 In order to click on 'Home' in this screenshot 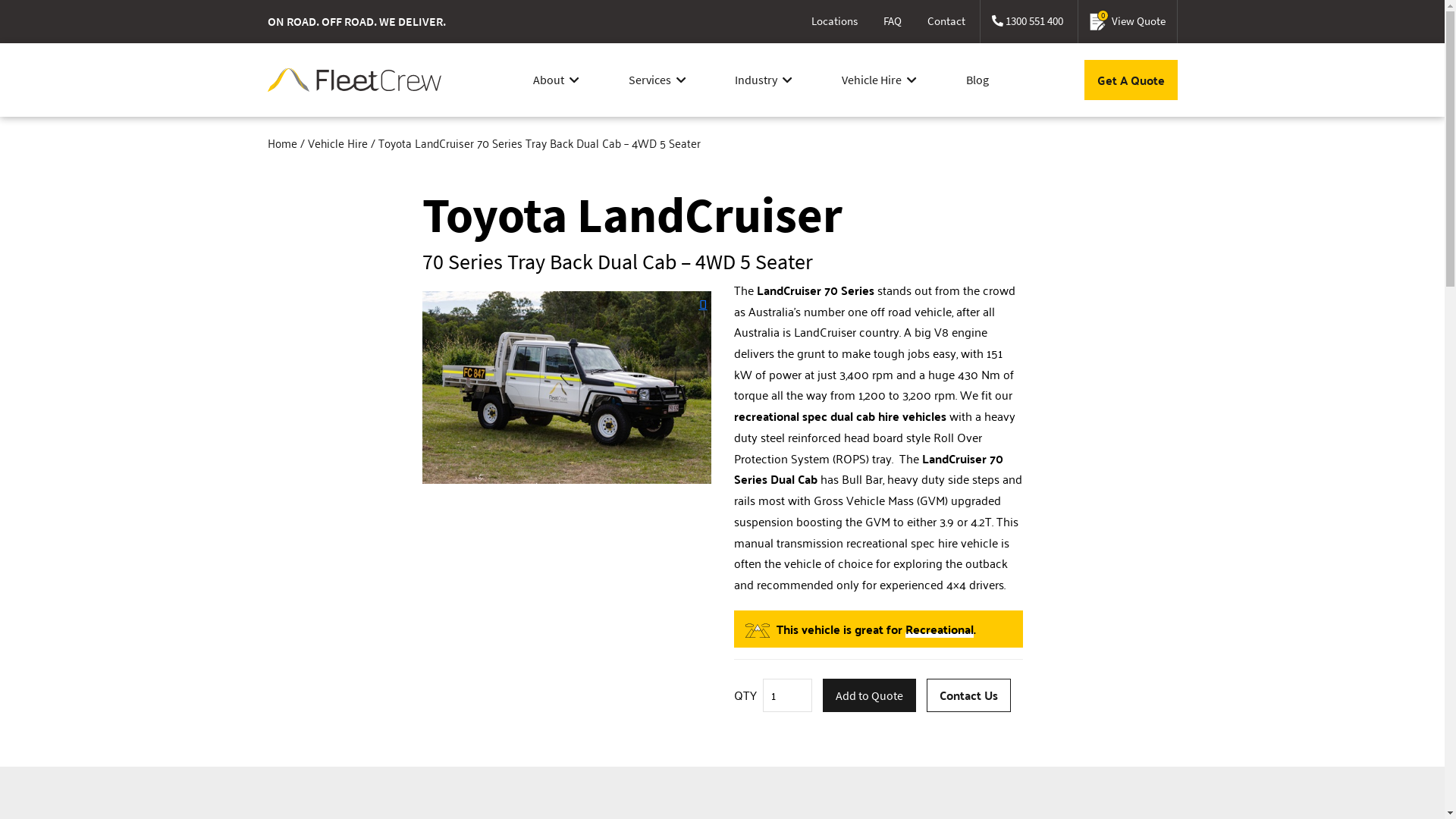, I will do `click(266, 143)`.